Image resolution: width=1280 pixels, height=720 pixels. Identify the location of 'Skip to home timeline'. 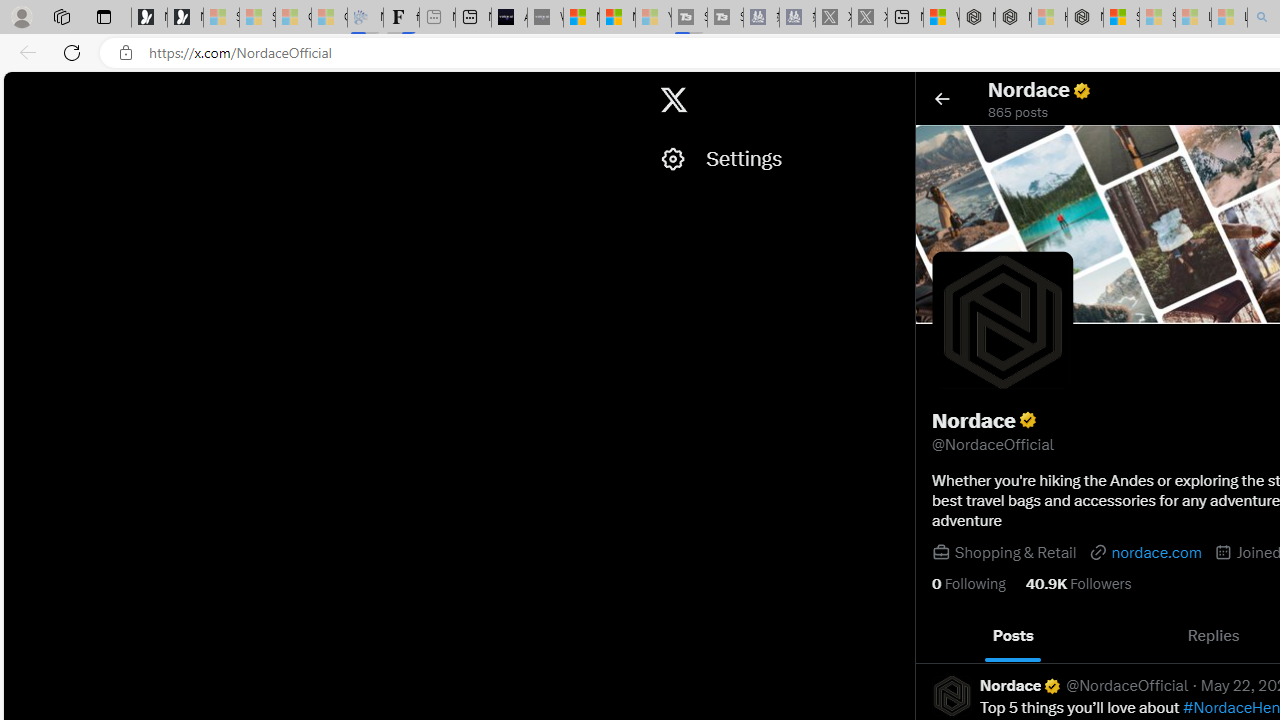
(21, 90).